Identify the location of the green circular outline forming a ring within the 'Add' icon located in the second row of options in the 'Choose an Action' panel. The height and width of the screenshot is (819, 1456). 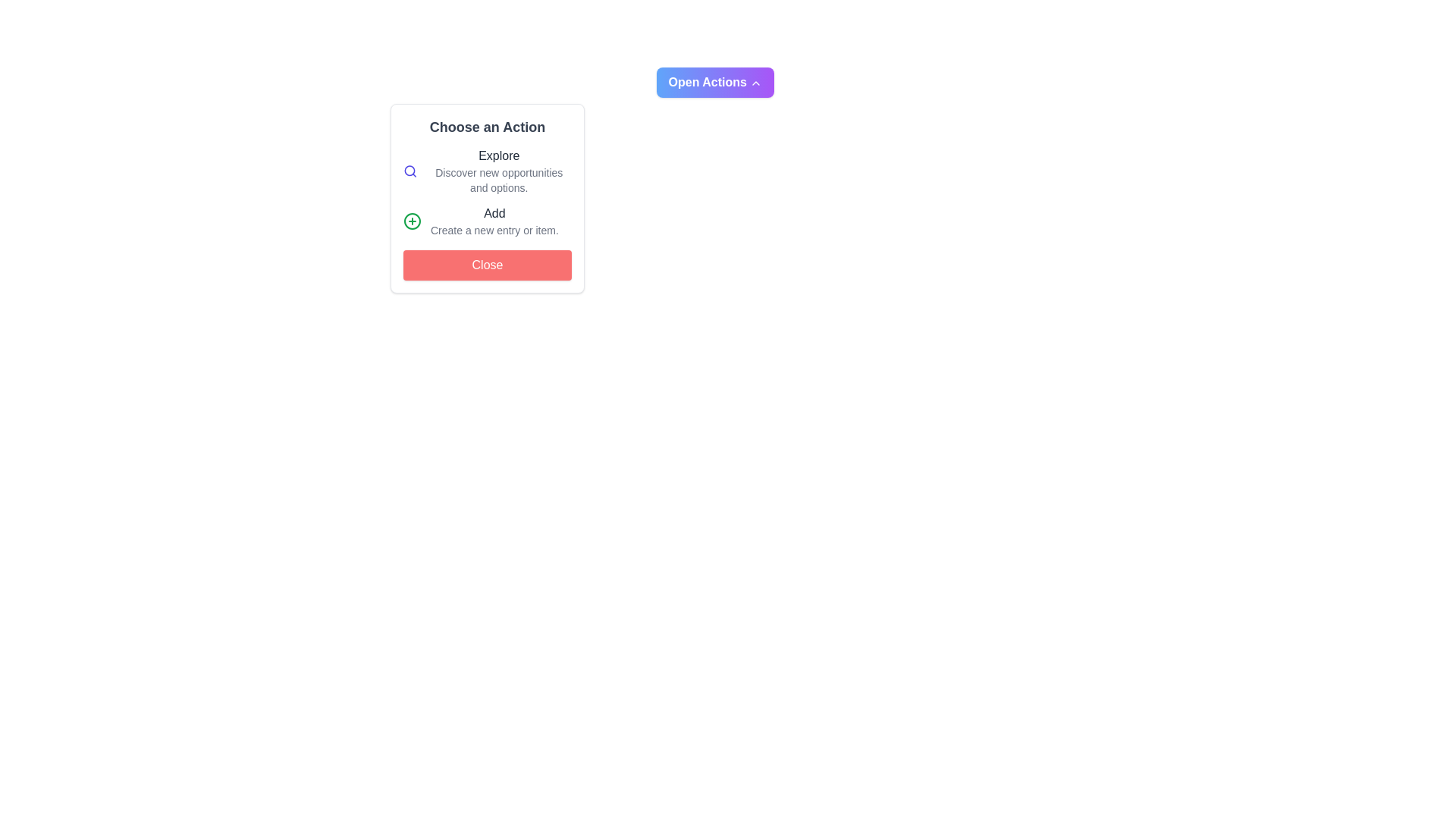
(412, 221).